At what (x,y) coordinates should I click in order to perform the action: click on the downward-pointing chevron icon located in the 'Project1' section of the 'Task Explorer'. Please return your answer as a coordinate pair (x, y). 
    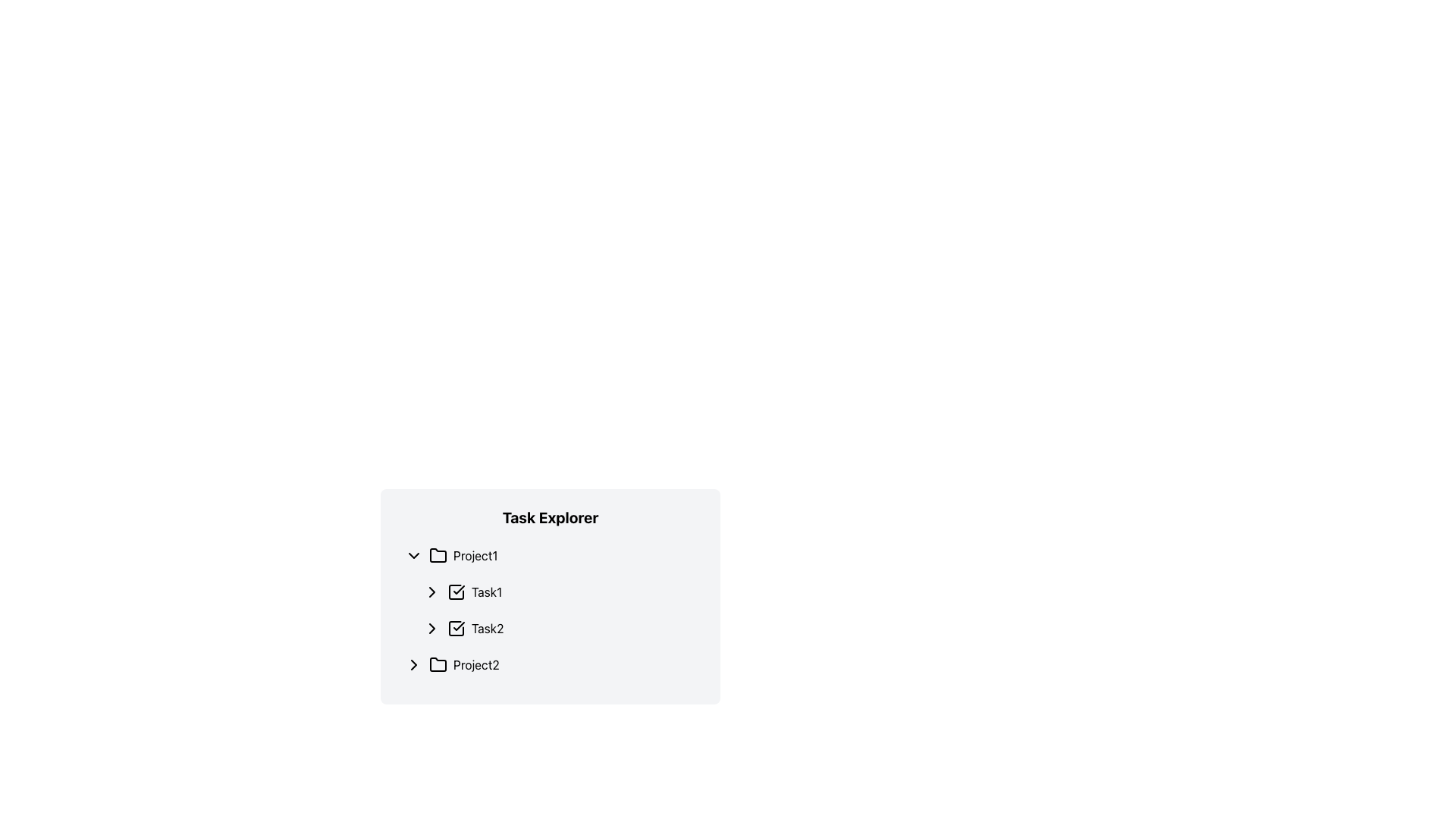
    Looking at the image, I should click on (414, 555).